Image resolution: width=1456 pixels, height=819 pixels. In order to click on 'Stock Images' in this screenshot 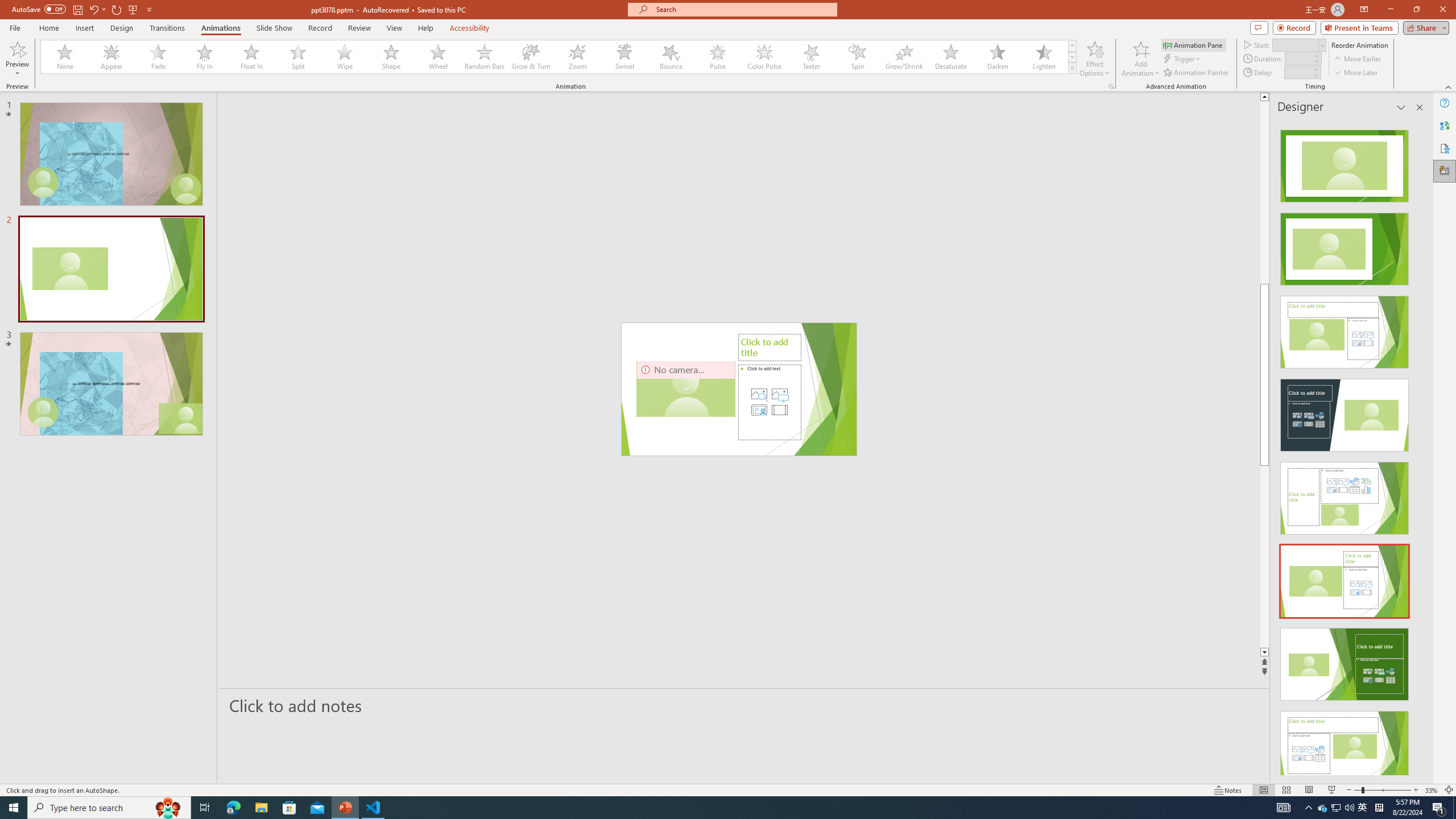, I will do `click(759, 394)`.